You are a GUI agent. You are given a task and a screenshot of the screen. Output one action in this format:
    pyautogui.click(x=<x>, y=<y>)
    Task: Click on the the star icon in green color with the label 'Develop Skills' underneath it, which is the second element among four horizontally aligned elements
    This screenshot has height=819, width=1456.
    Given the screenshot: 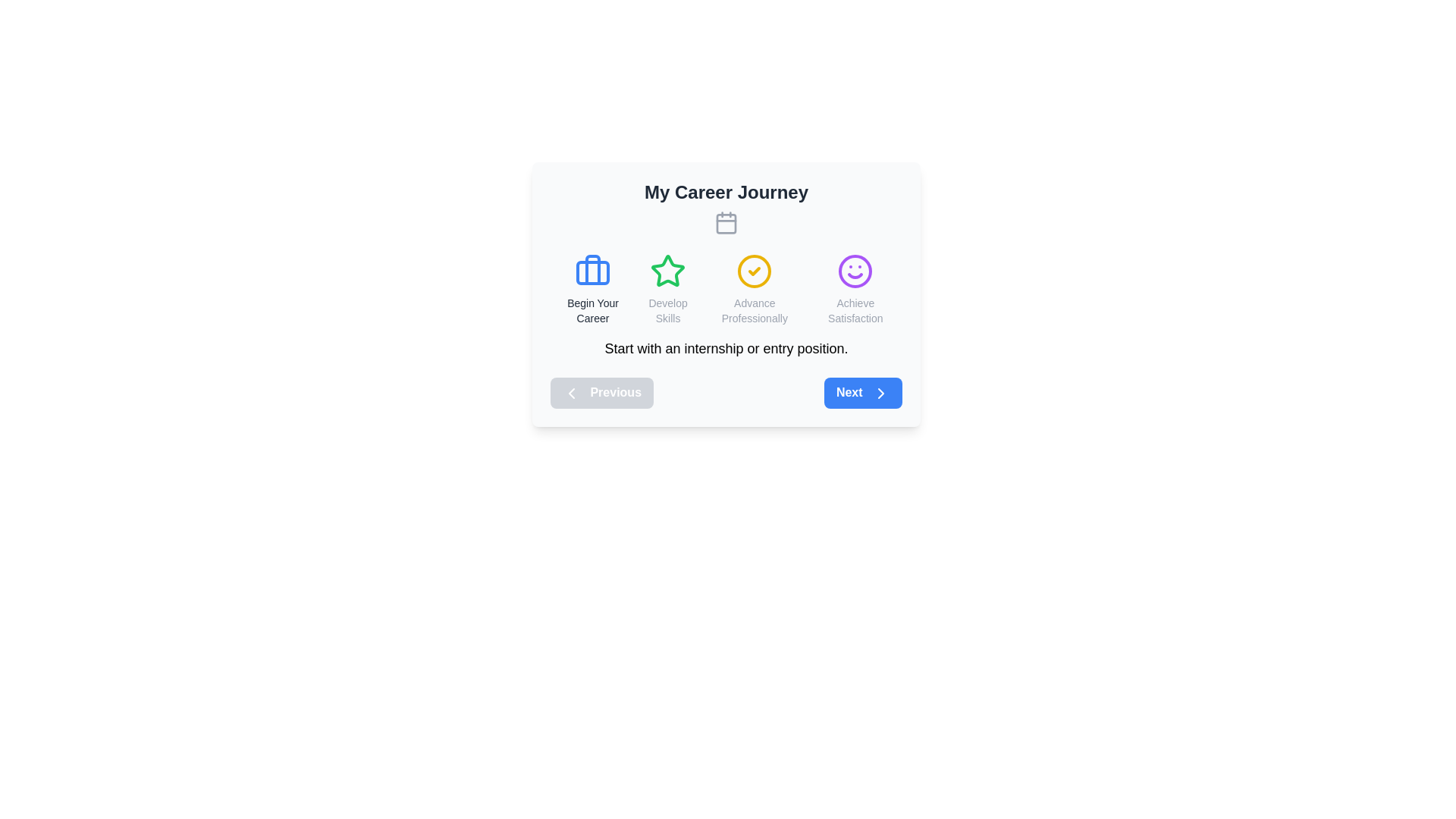 What is the action you would take?
    pyautogui.click(x=667, y=289)
    